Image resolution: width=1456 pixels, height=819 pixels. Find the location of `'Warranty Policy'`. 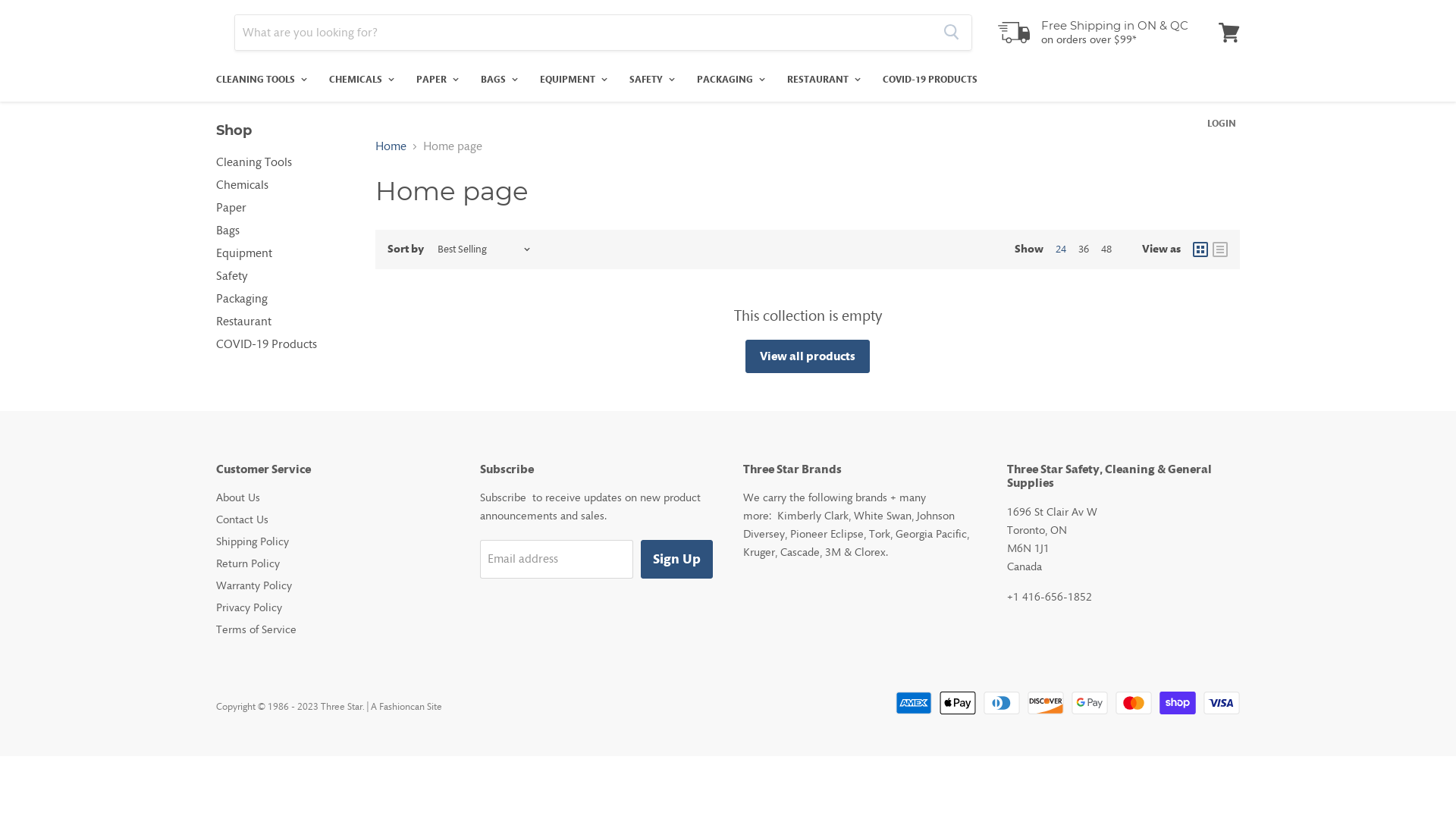

'Warranty Policy' is located at coordinates (215, 584).